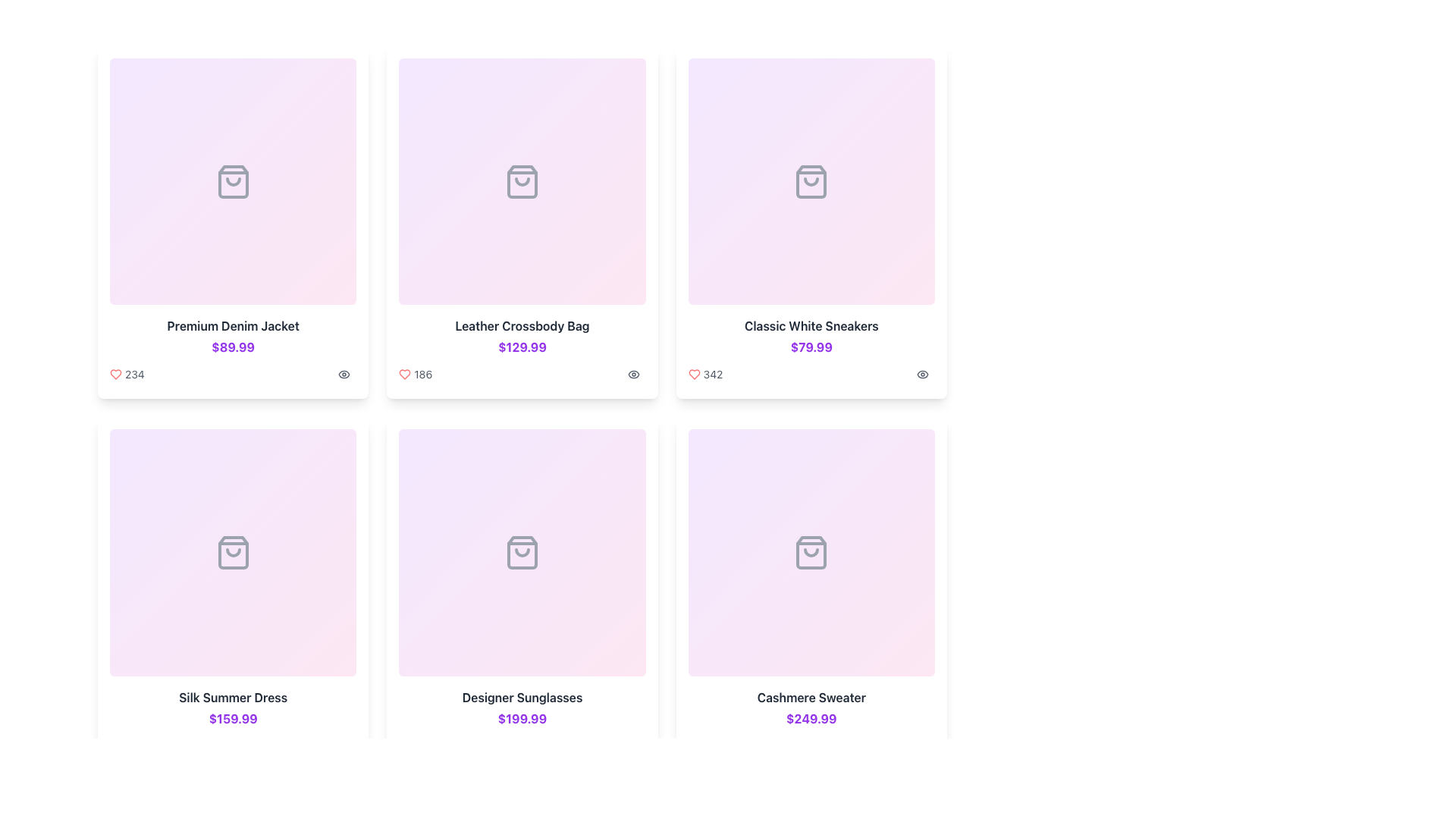 The image size is (1456, 819). I want to click on the Product Card titled 'Classic White Sneakers', so click(811, 222).